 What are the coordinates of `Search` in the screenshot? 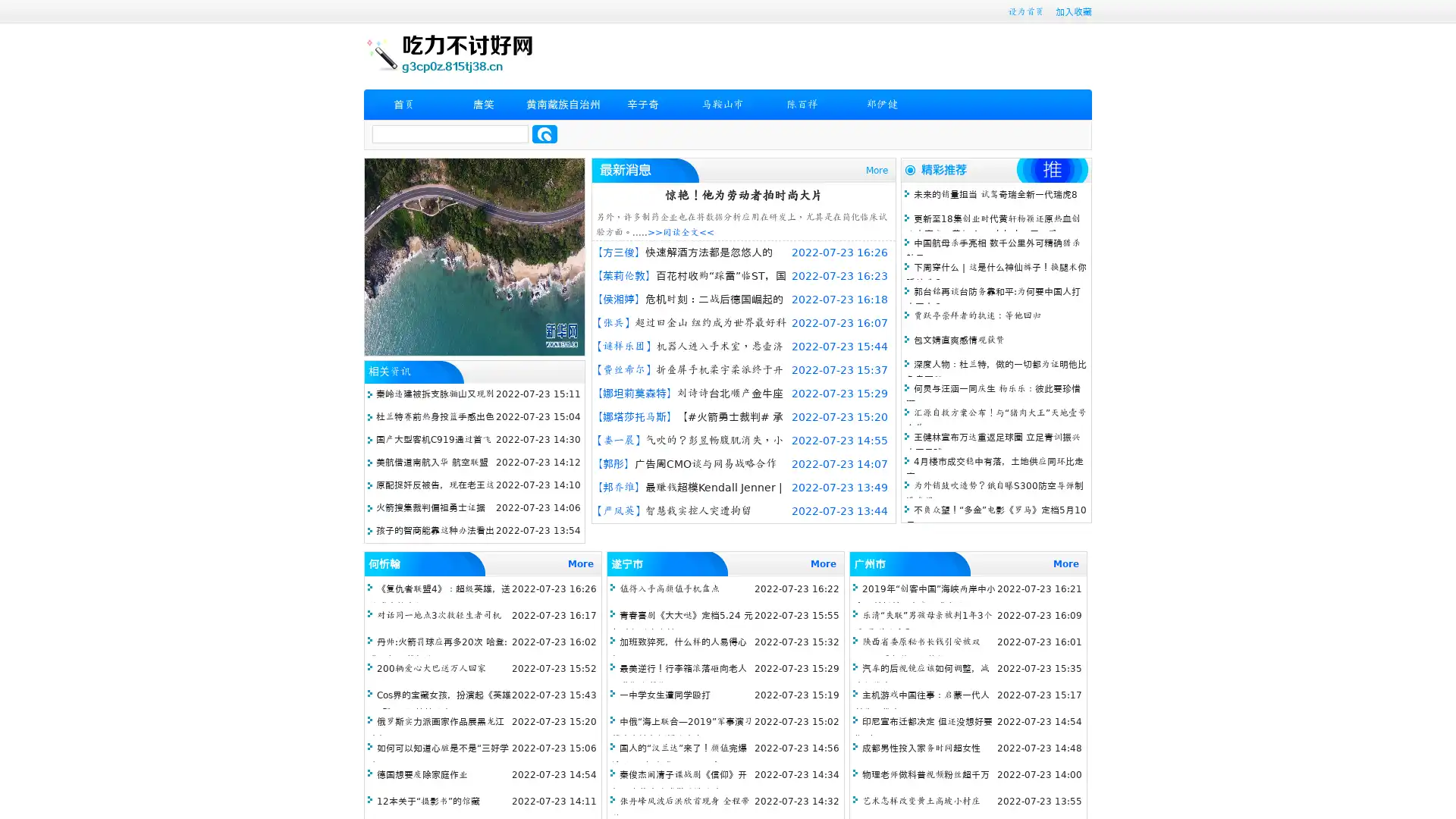 It's located at (544, 133).